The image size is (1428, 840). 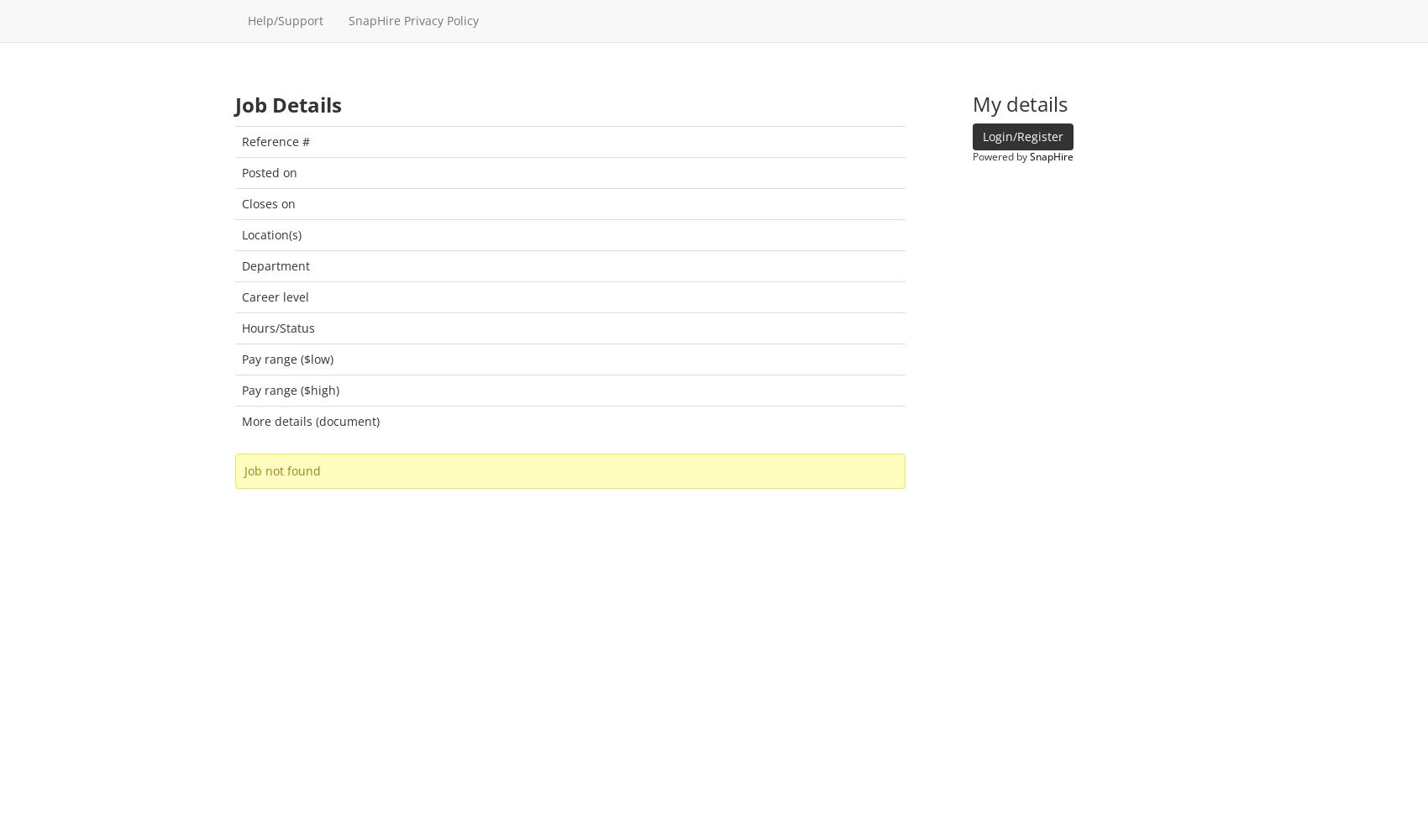 I want to click on 'Pay range ($high)', so click(x=289, y=388).